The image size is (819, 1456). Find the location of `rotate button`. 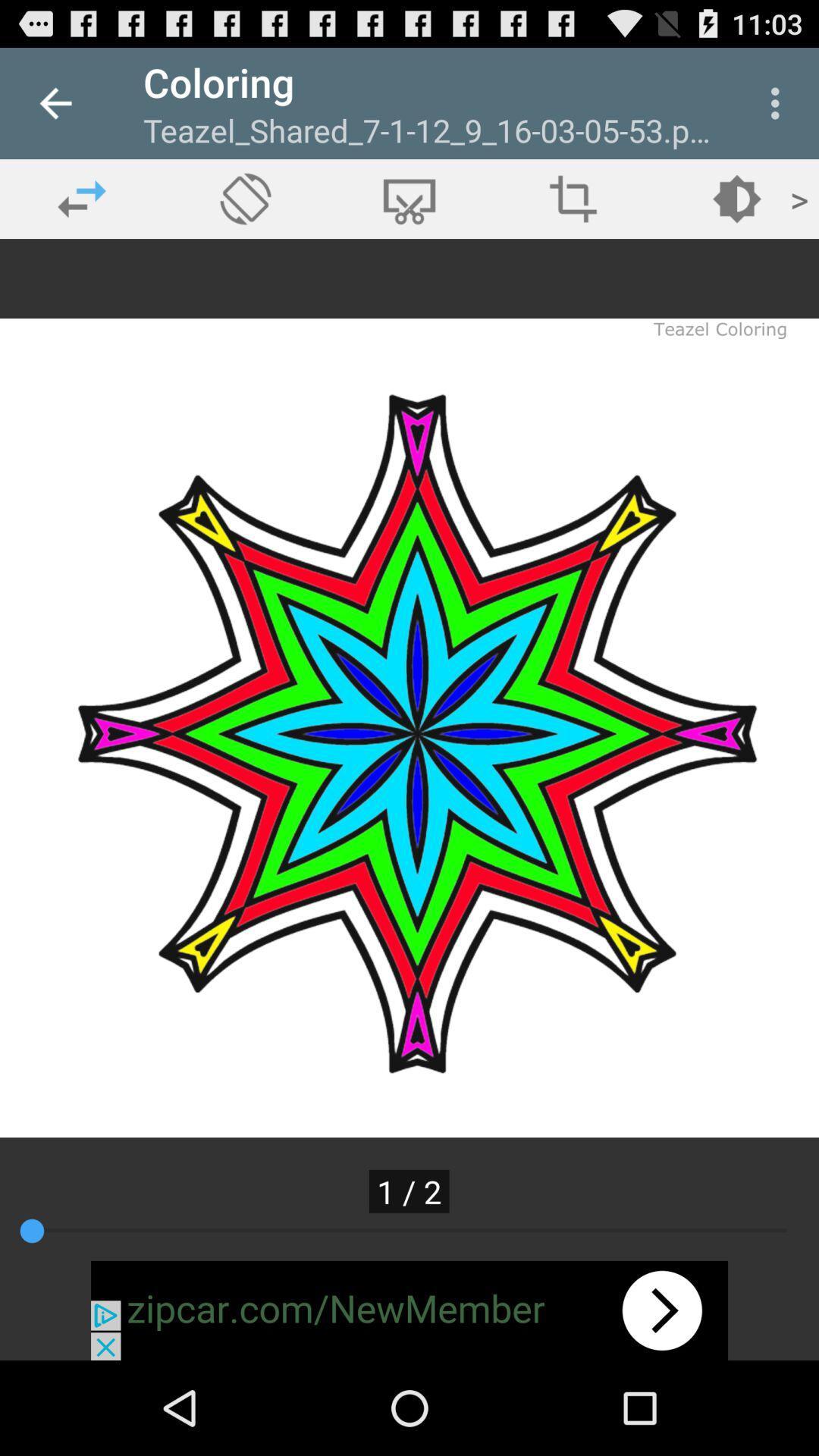

rotate button is located at coordinates (245, 198).